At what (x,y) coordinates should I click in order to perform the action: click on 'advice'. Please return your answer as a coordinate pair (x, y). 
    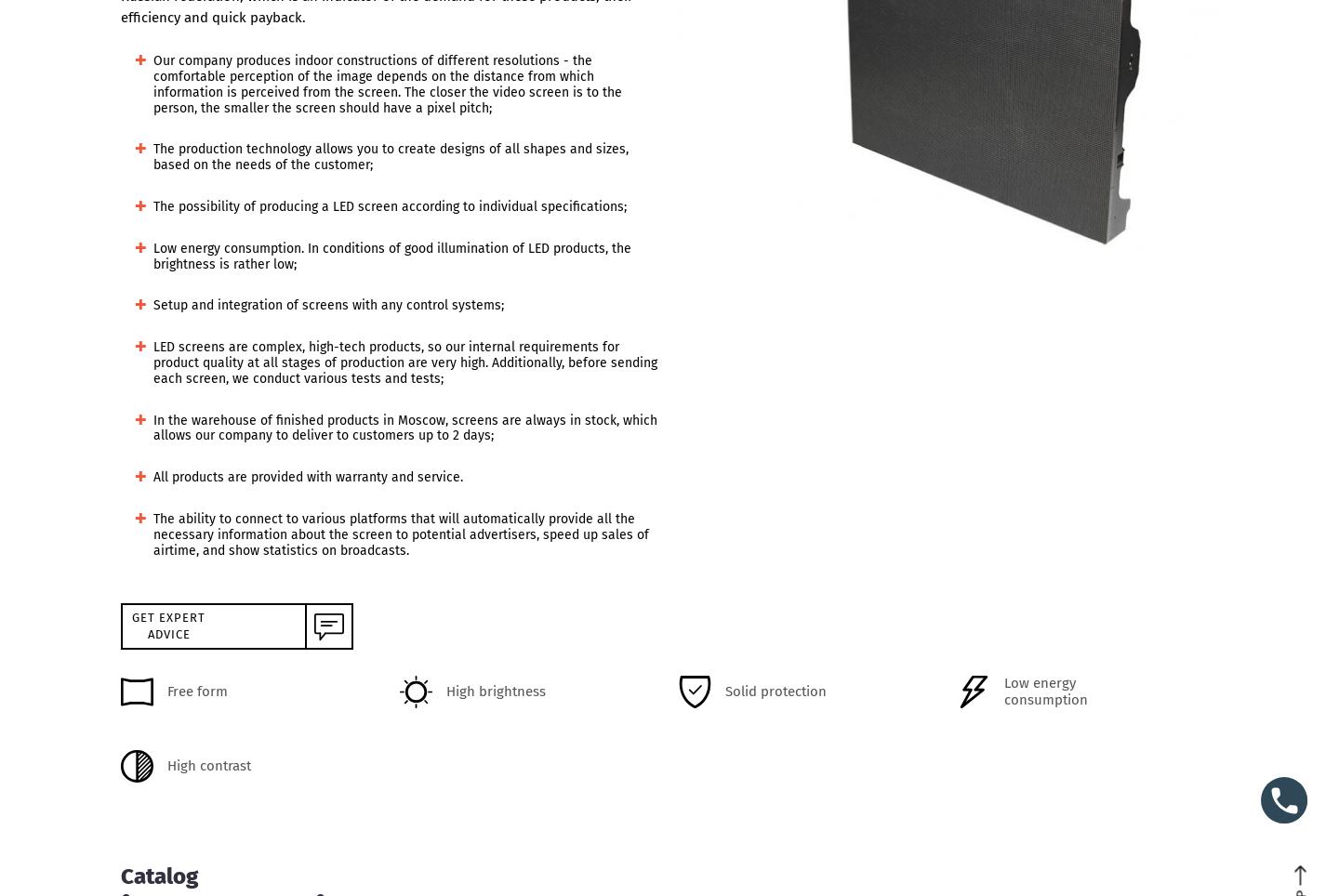
    Looking at the image, I should click on (168, 633).